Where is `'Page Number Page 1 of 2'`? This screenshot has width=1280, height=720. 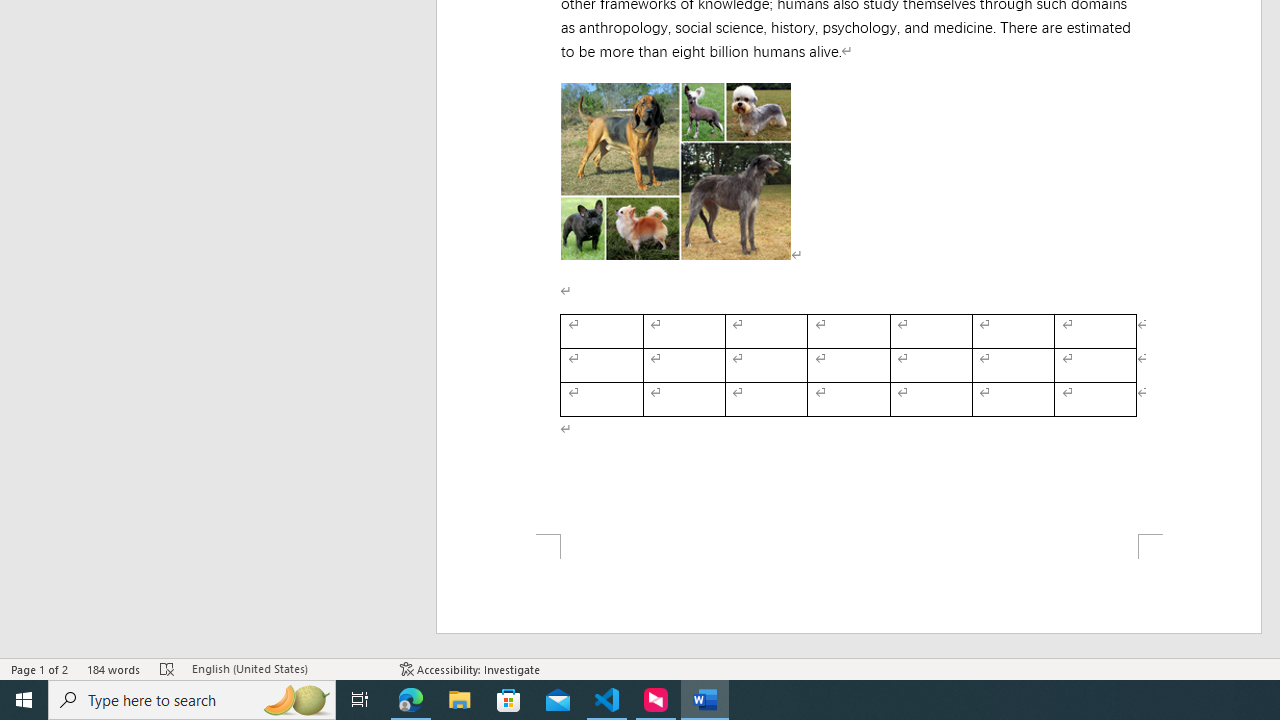
'Page Number Page 1 of 2' is located at coordinates (40, 669).